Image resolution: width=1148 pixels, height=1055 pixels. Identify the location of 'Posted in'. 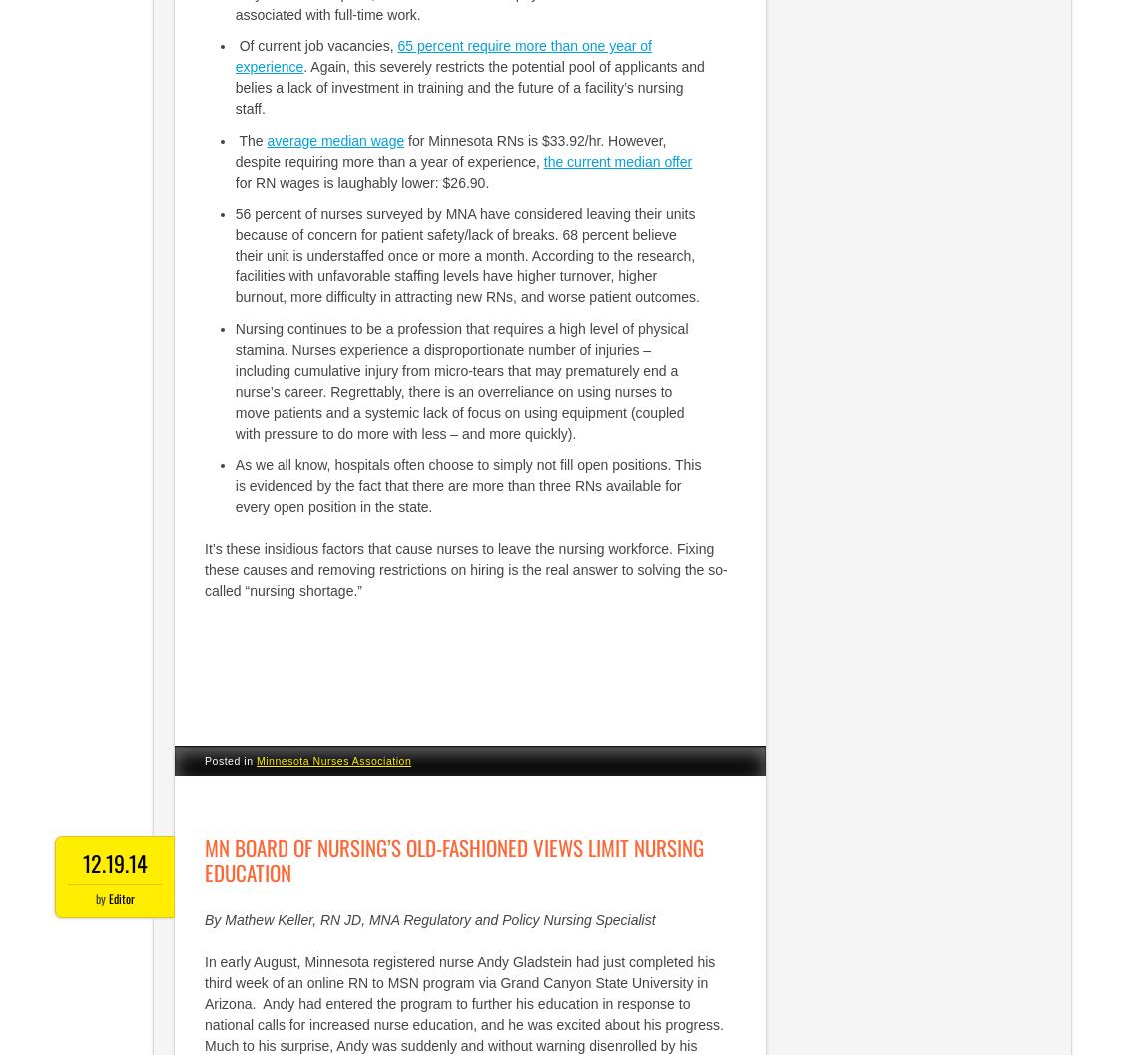
(229, 760).